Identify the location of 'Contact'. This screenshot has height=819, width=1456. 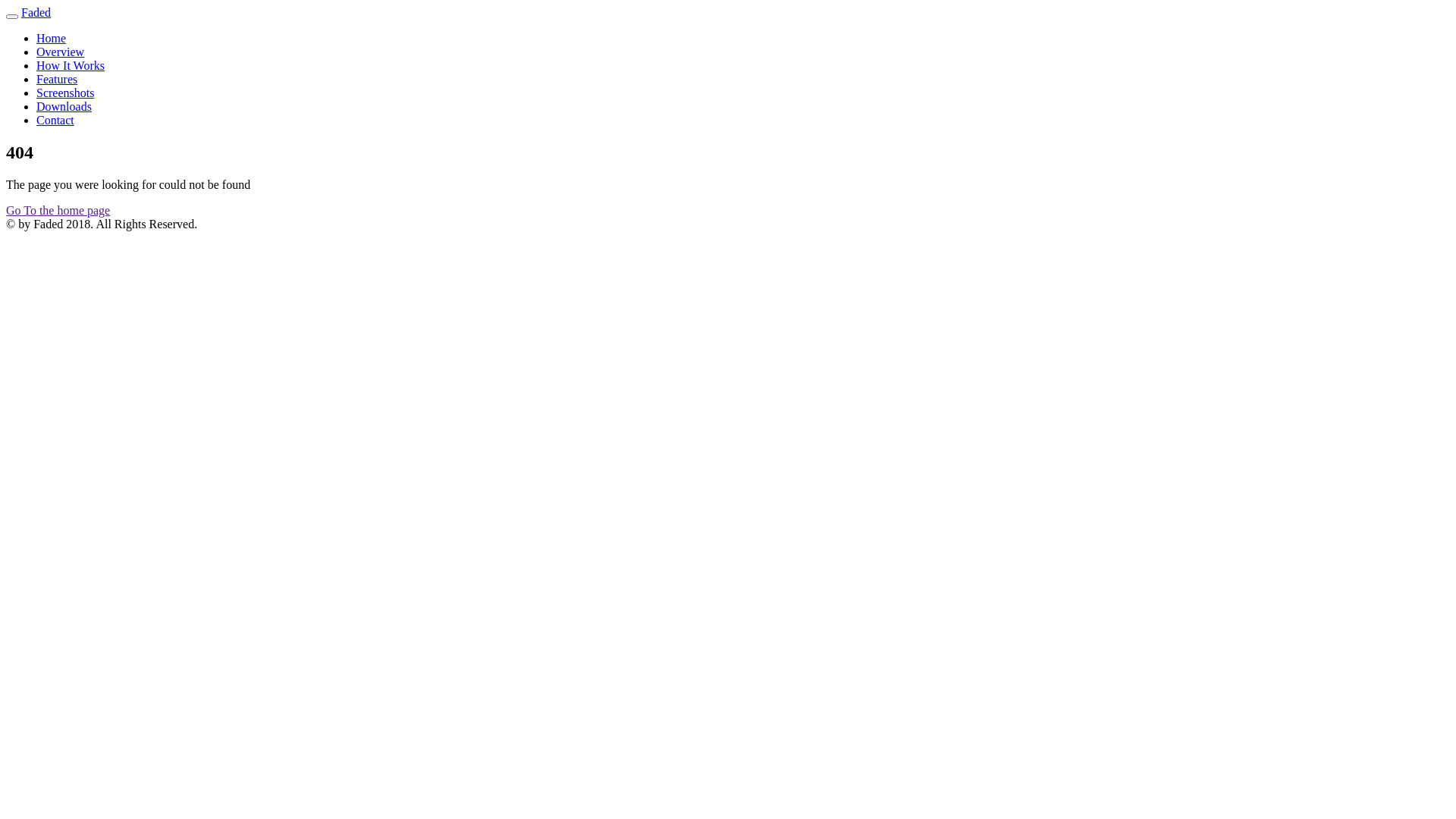
(55, 119).